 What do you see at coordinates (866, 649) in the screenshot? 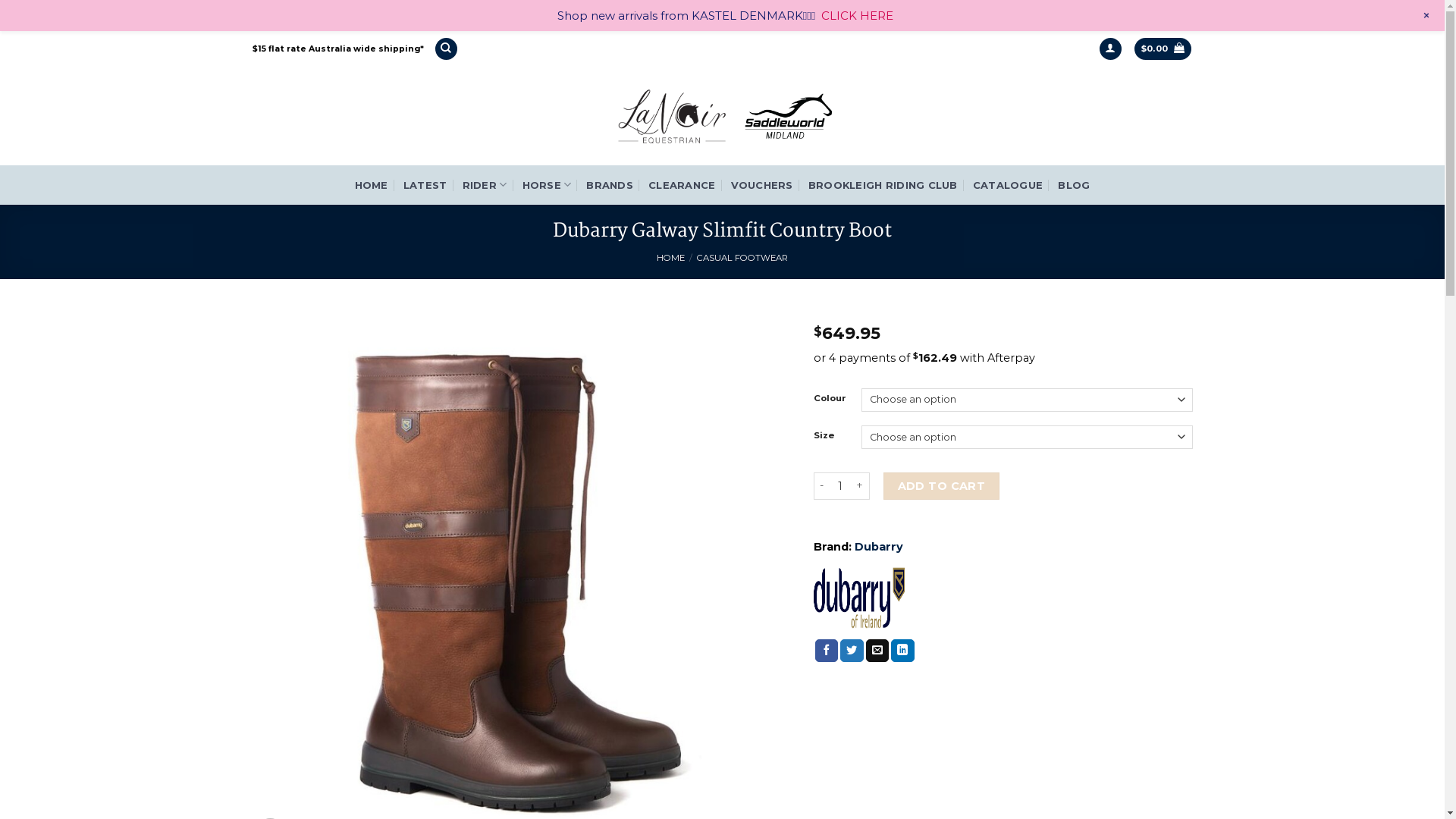
I see `'Email to a Friend'` at bounding box center [866, 649].